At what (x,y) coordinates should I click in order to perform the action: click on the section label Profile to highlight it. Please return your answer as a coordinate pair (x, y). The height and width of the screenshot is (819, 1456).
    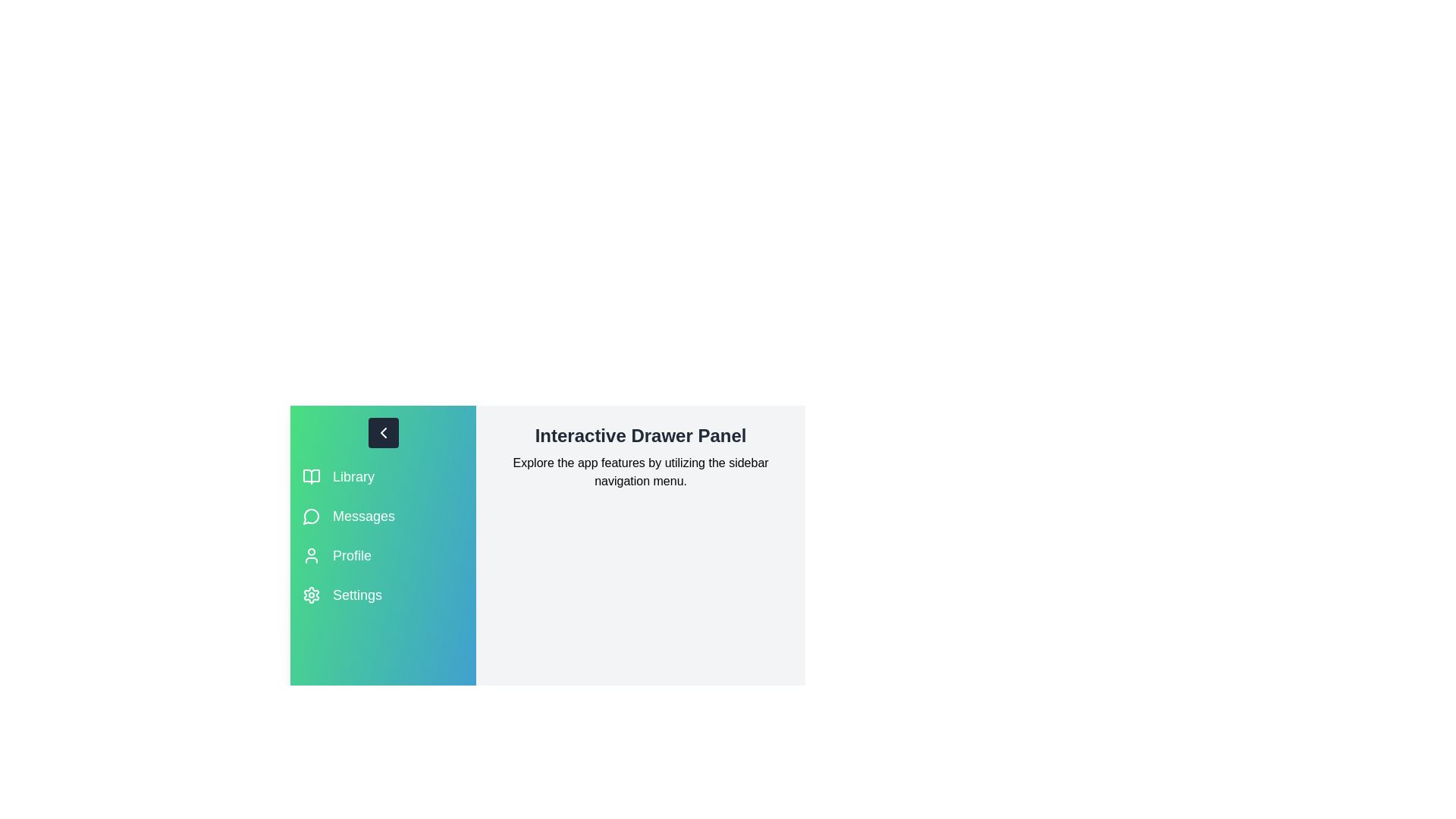
    Looking at the image, I should click on (351, 555).